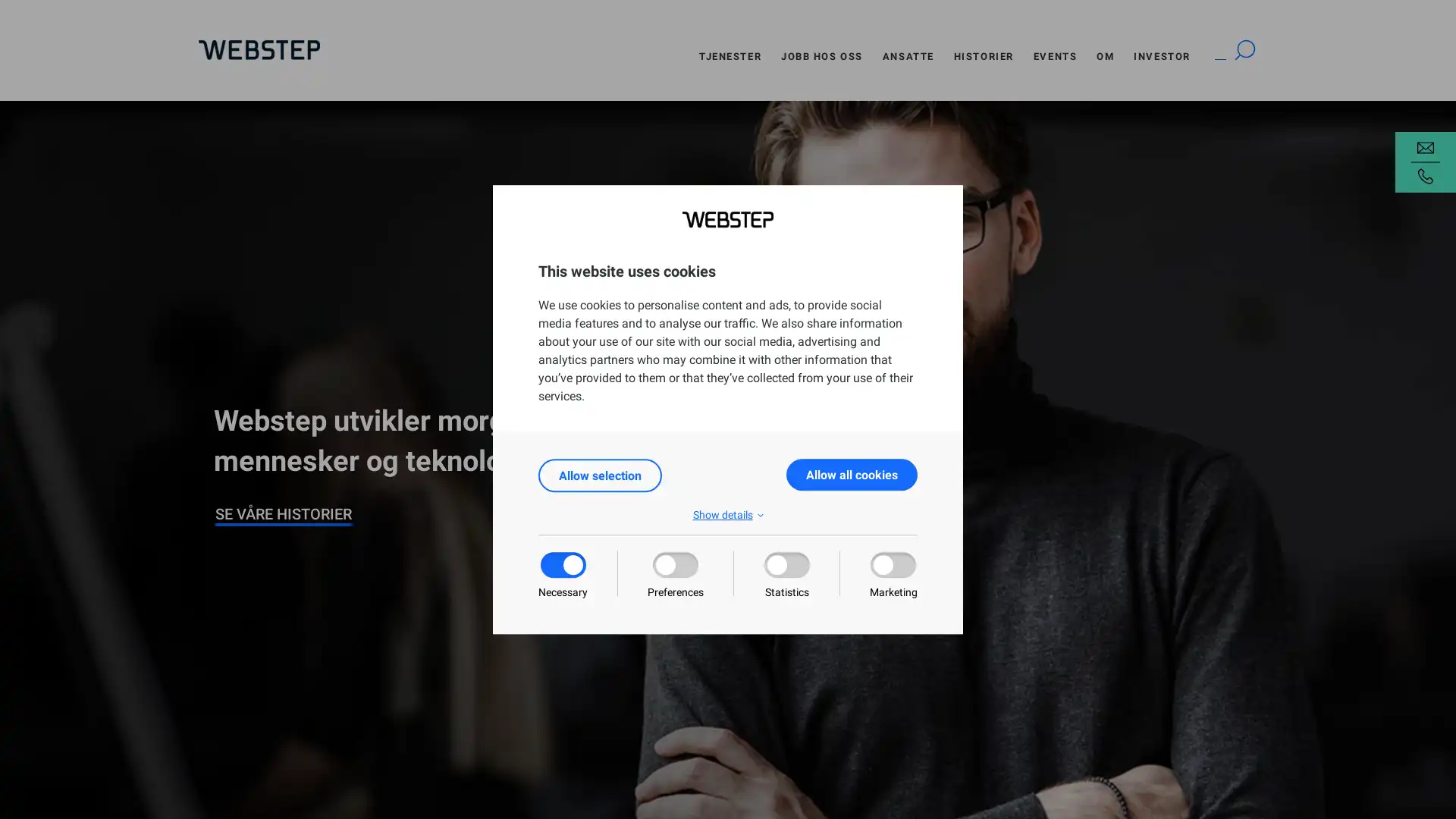  What do you see at coordinates (599, 475) in the screenshot?
I see `Allow selection` at bounding box center [599, 475].